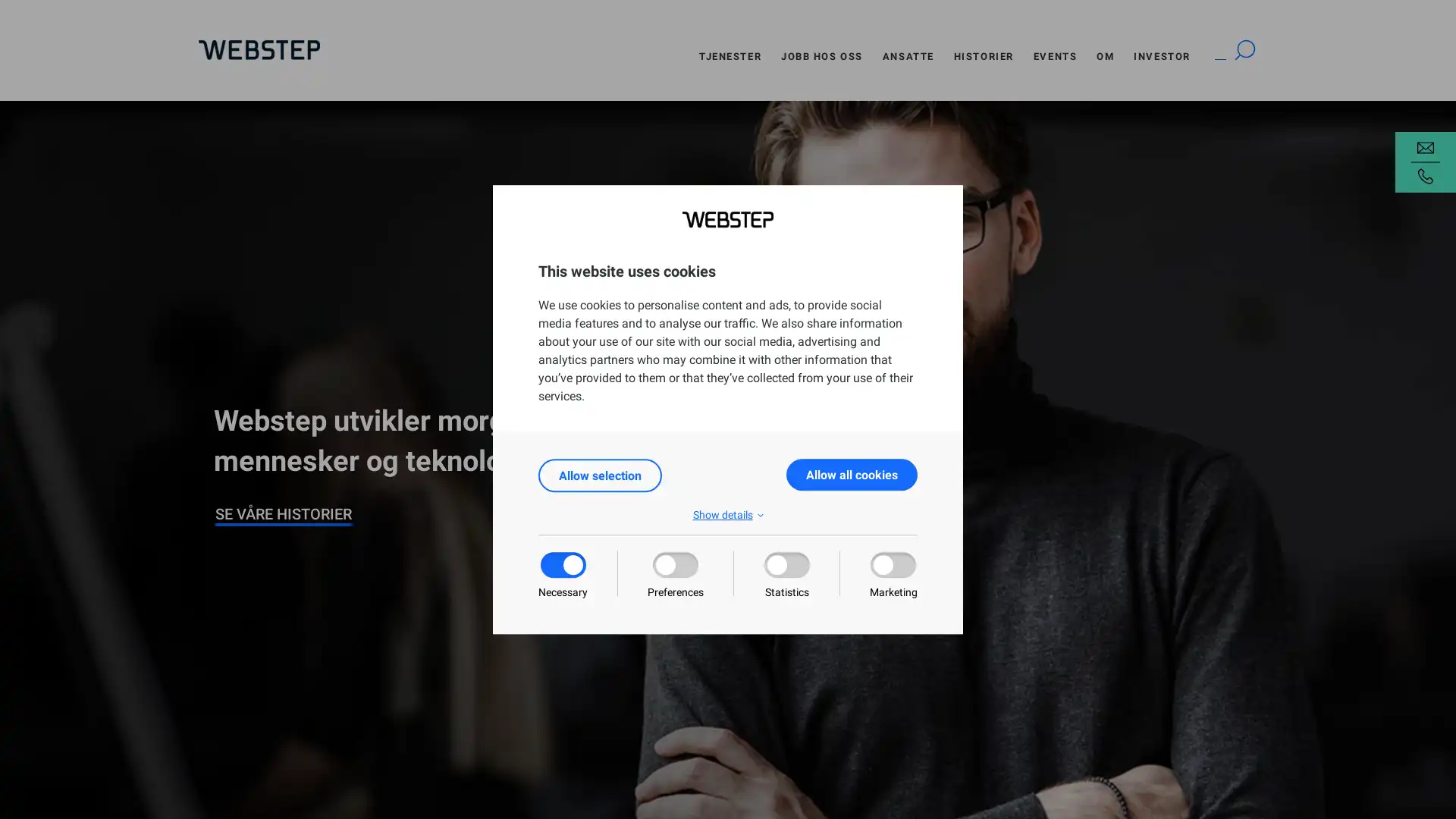  What do you see at coordinates (599, 475) in the screenshot?
I see `Allow selection` at bounding box center [599, 475].